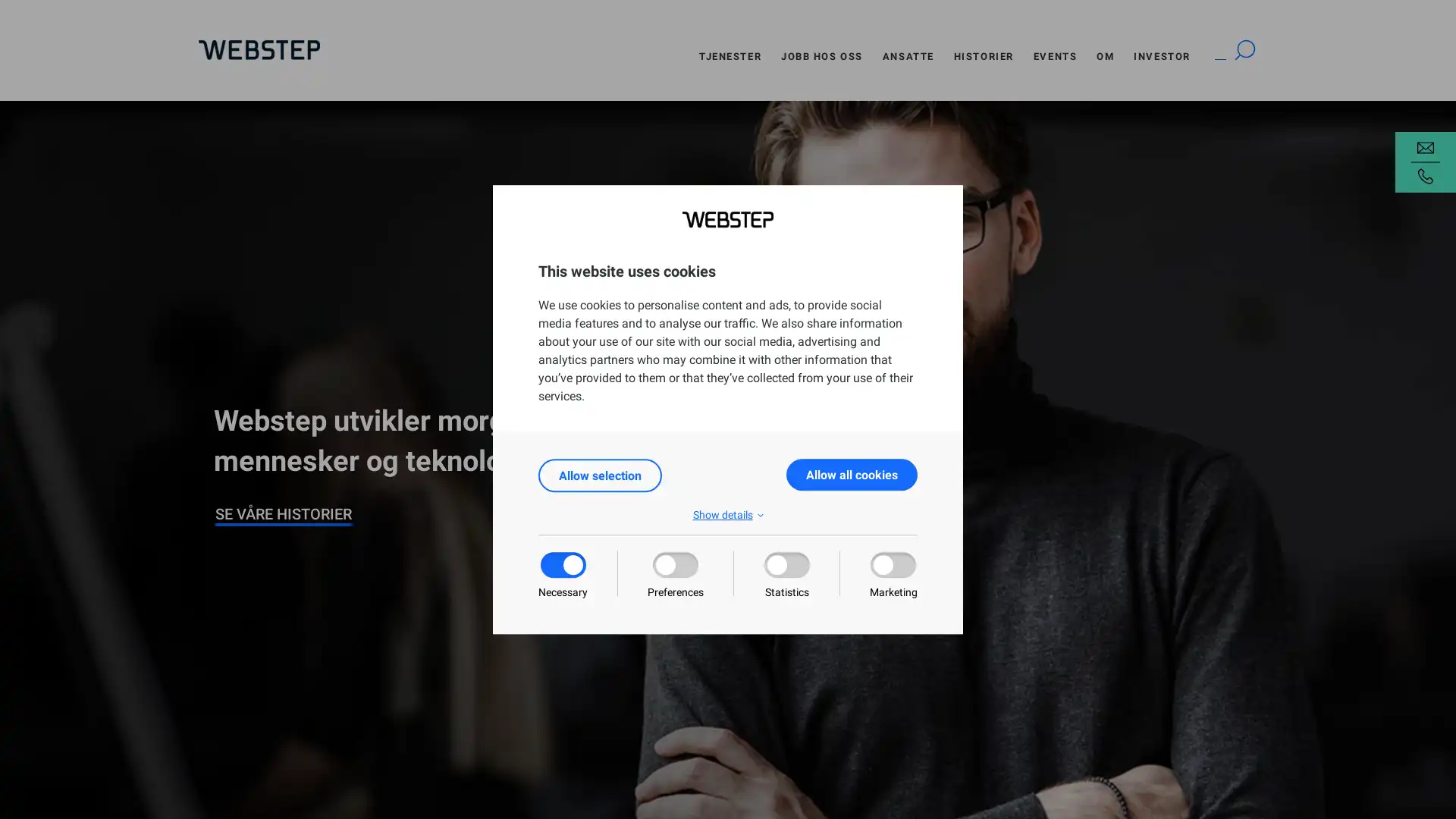  What do you see at coordinates (599, 475) in the screenshot?
I see `Allow selection` at bounding box center [599, 475].